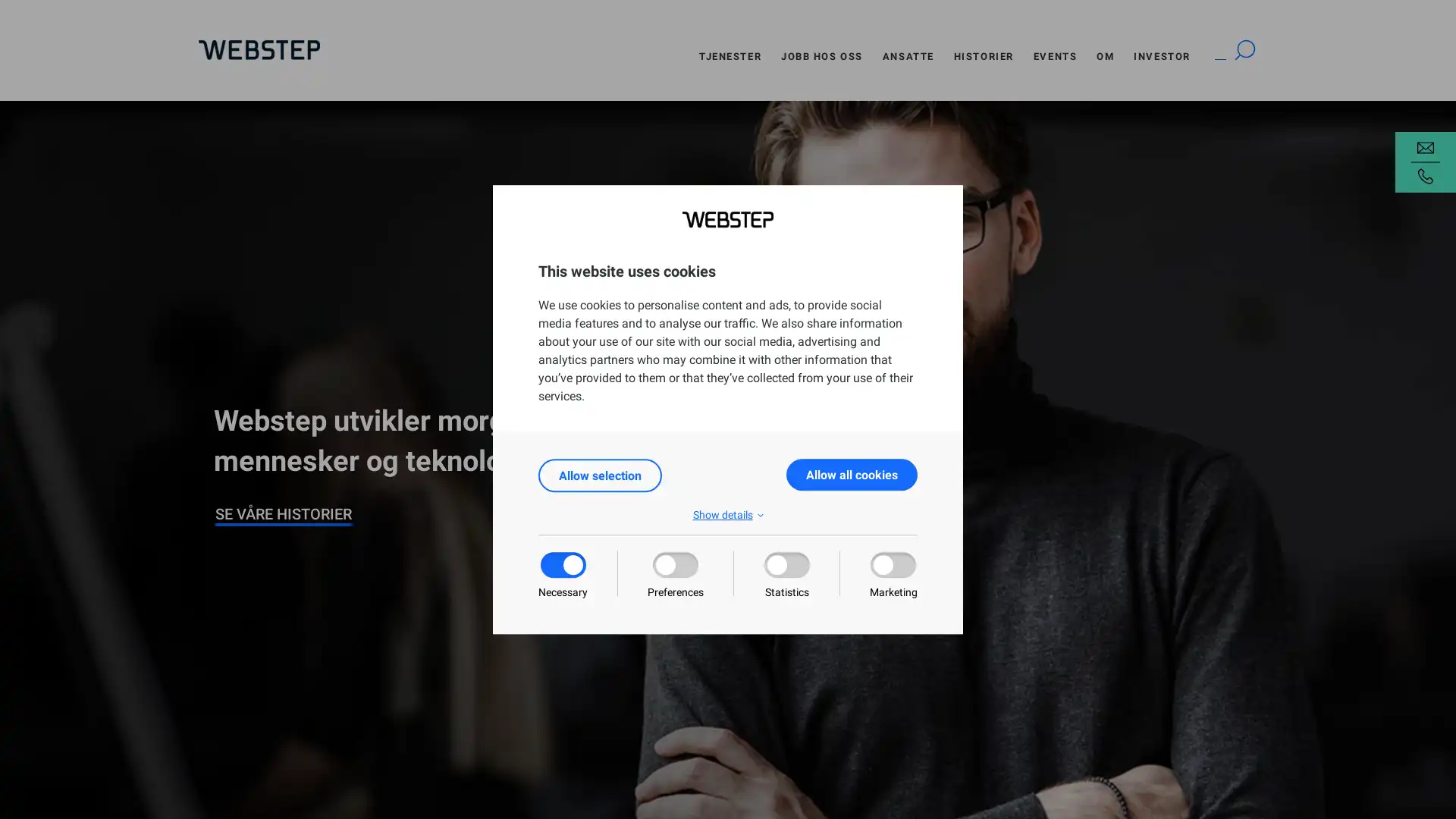  What do you see at coordinates (599, 475) in the screenshot?
I see `Allow selection` at bounding box center [599, 475].